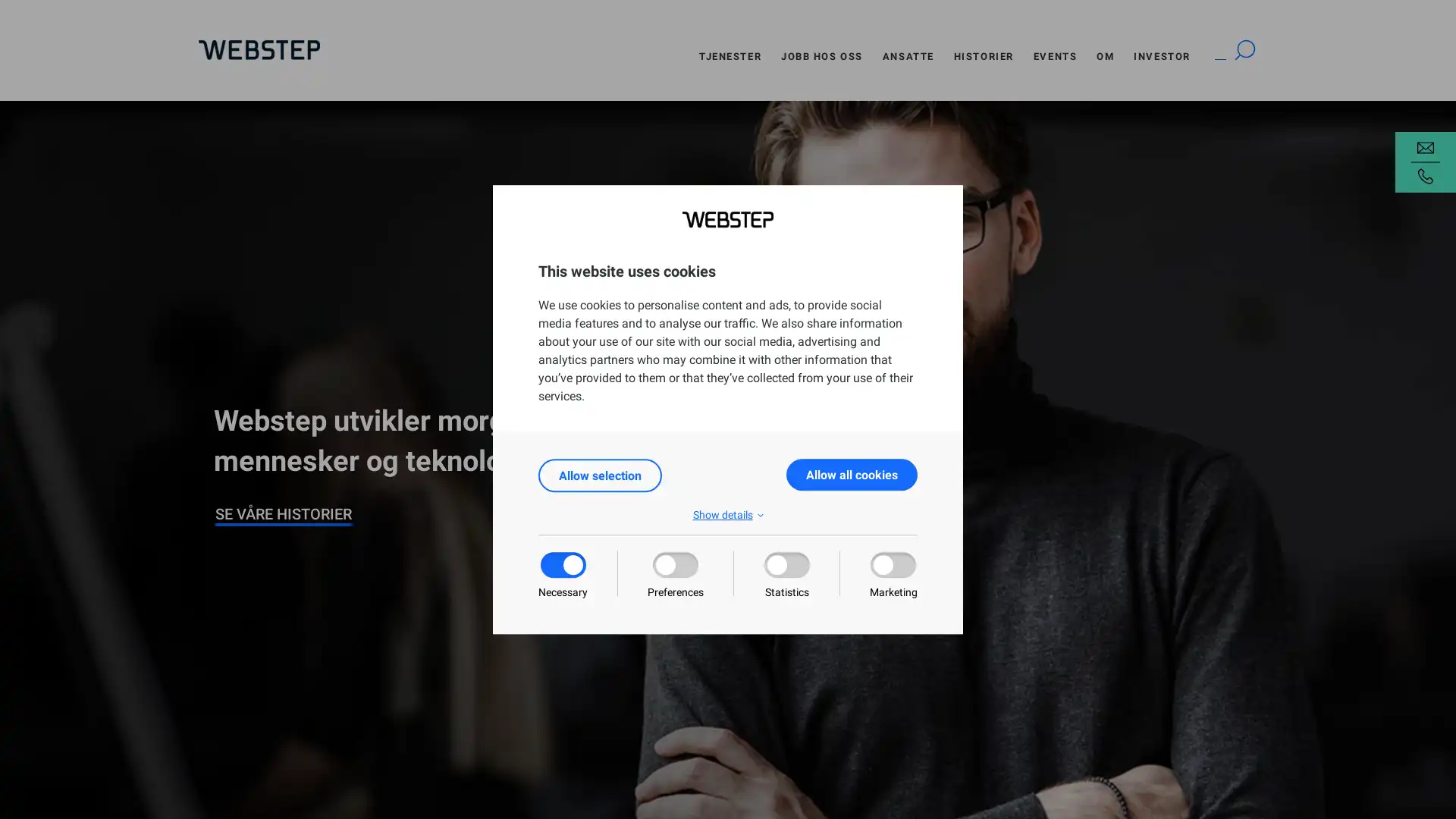  What do you see at coordinates (599, 475) in the screenshot?
I see `Allow selection` at bounding box center [599, 475].